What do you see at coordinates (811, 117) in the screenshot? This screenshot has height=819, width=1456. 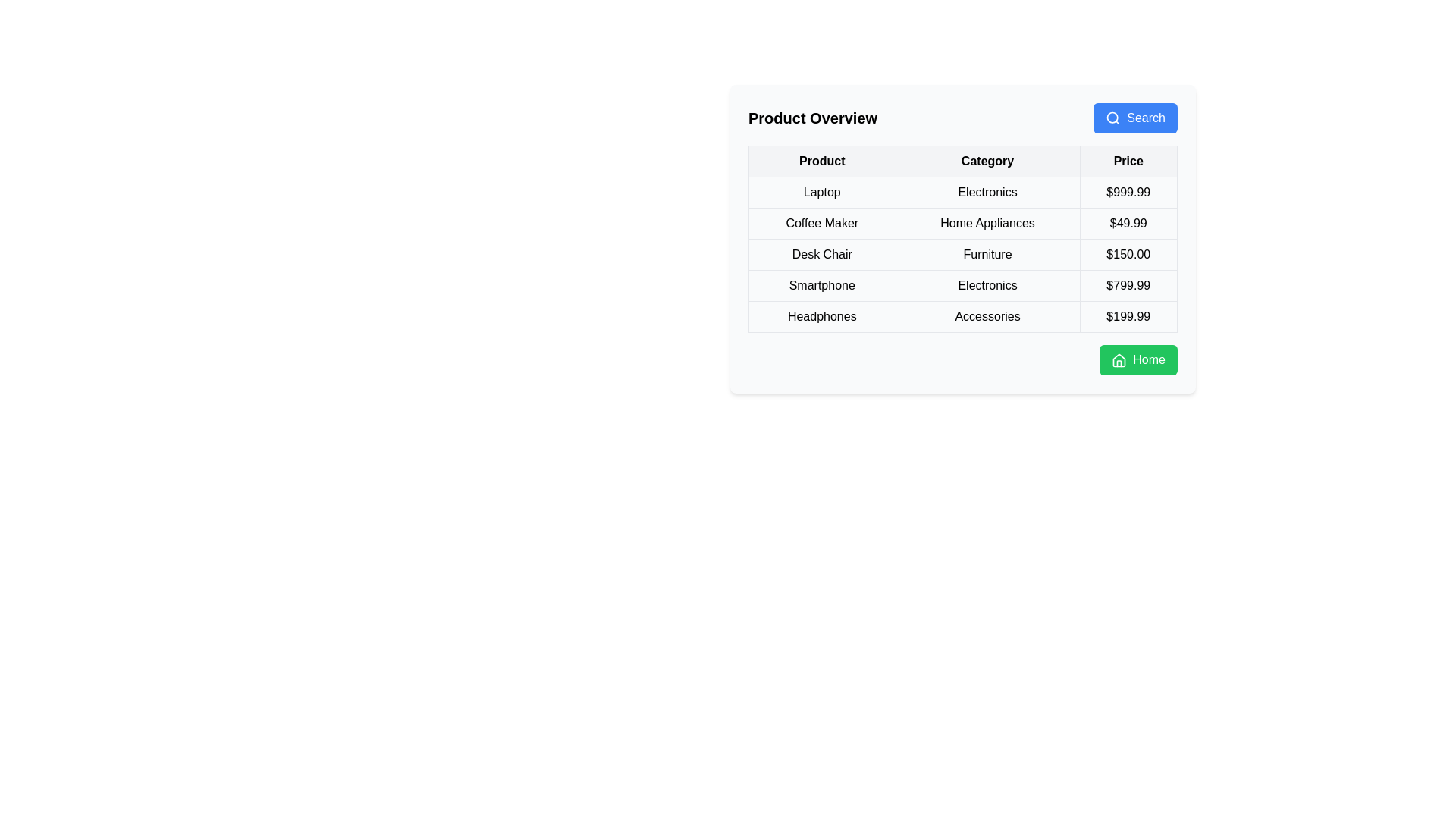 I see `the bold, black text label reading 'Product Overview', which is positioned on the upper-left side of the interface against a white background` at bounding box center [811, 117].